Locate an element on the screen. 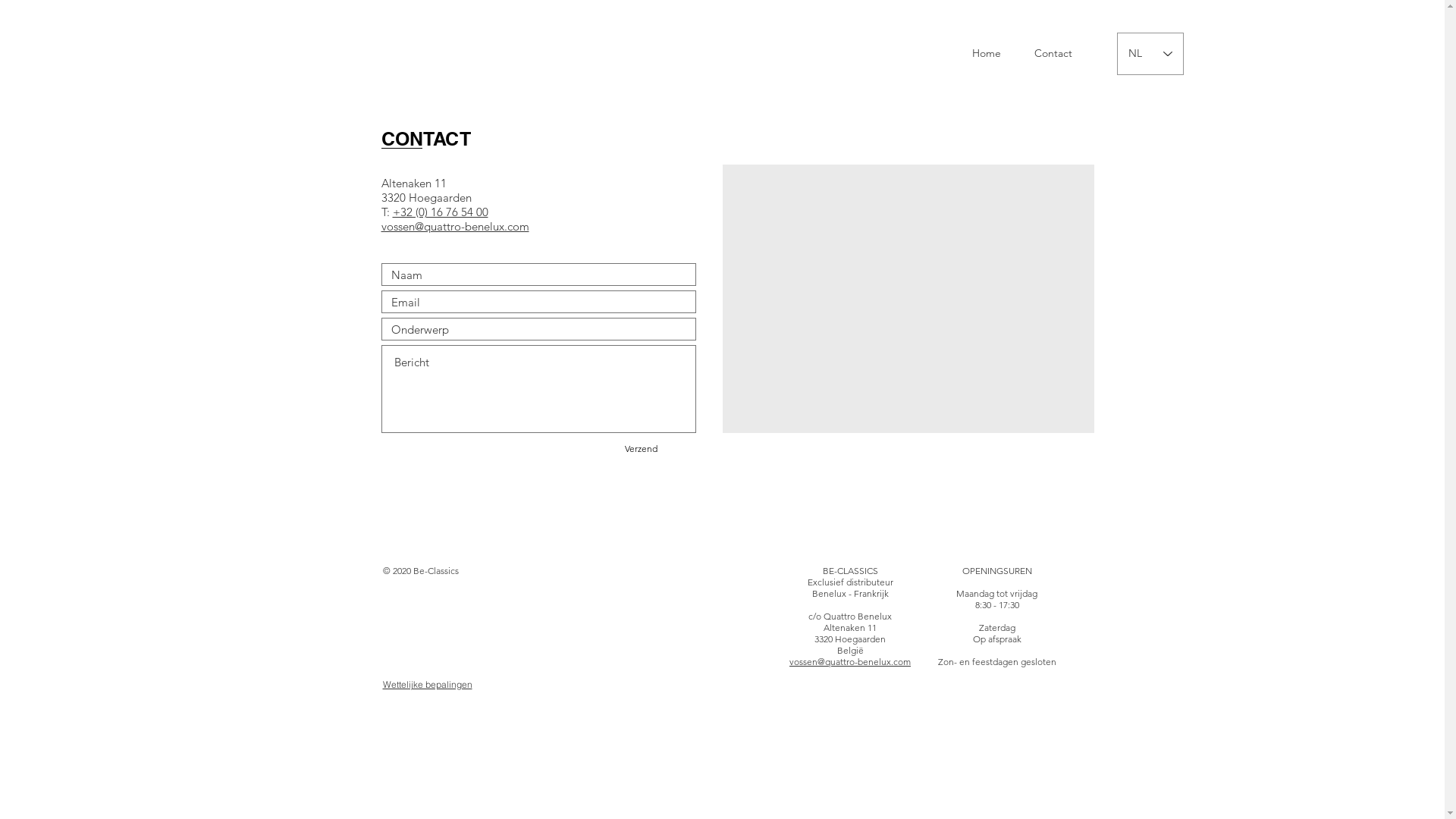 This screenshot has height=819, width=1456. 'Wettelijke bepalingen' is located at coordinates (425, 684).